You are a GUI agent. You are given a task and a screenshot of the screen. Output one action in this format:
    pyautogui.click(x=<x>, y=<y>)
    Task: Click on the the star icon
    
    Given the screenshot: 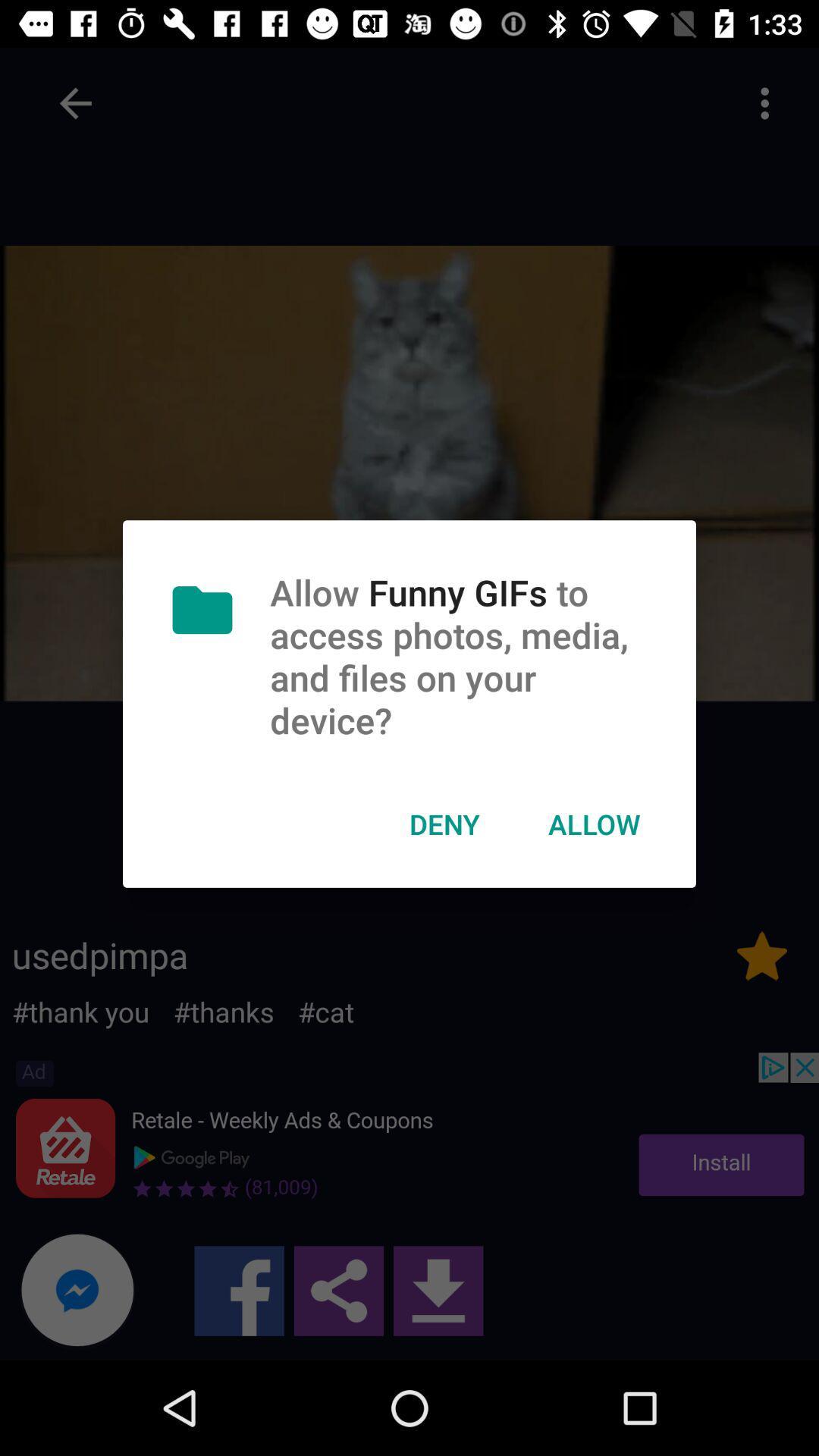 What is the action you would take?
    pyautogui.click(x=762, y=955)
    